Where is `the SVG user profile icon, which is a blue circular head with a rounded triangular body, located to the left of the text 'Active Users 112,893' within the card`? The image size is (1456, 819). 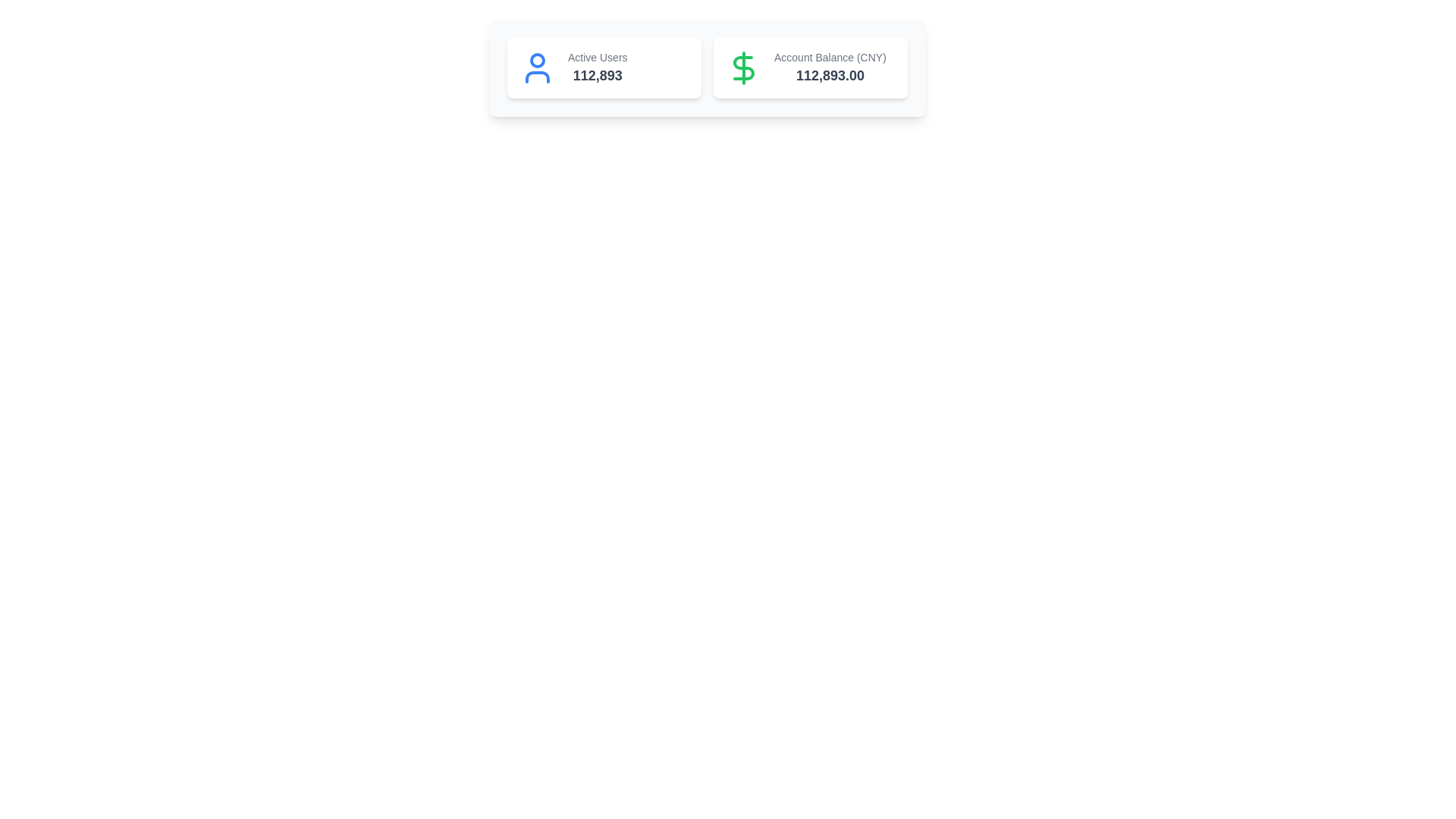 the SVG user profile icon, which is a blue circular head with a rounded triangular body, located to the left of the text 'Active Users 112,893' within the card is located at coordinates (538, 67).